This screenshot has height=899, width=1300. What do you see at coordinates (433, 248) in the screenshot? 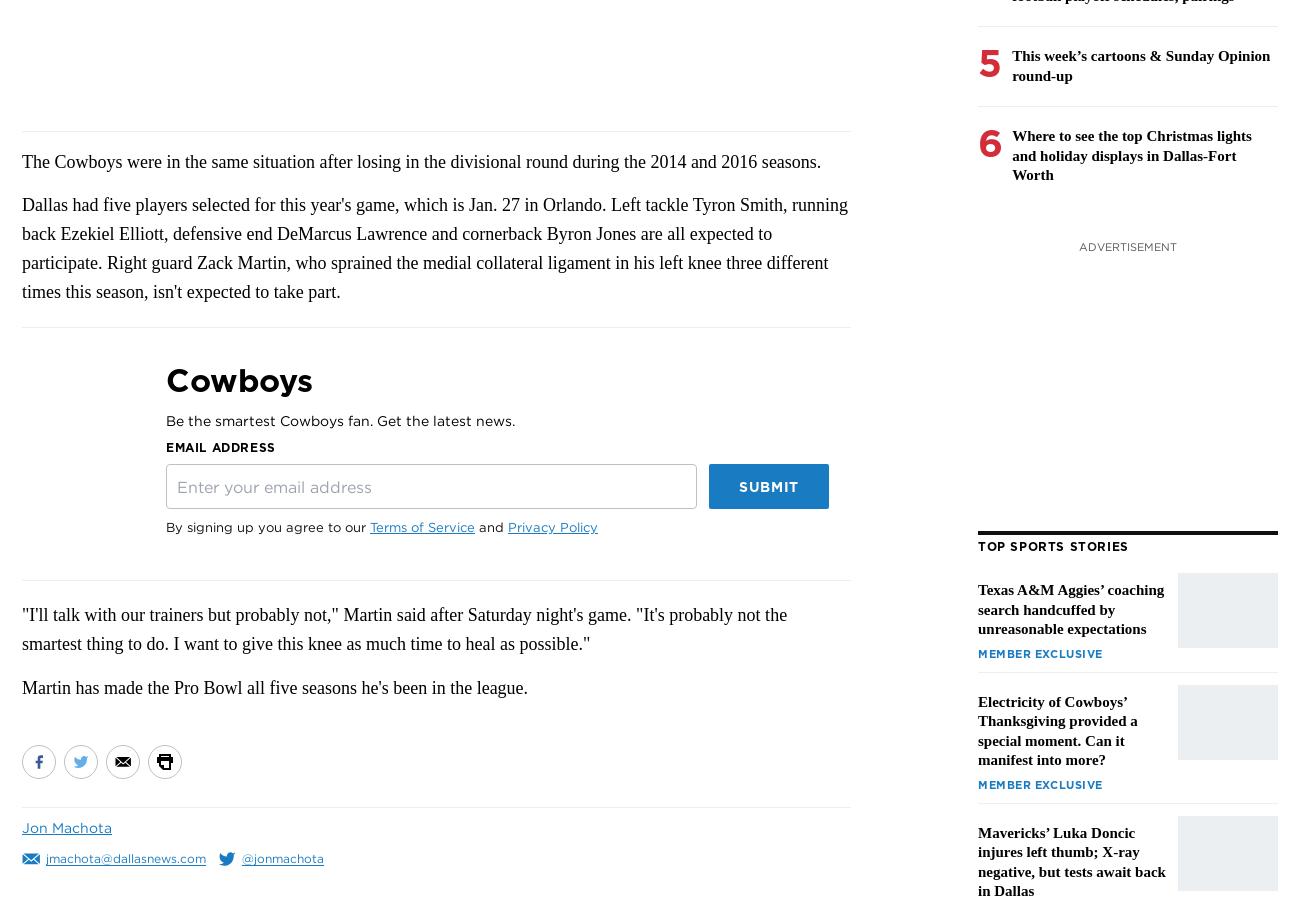
I see `'Dallas had five players selected for this year's game, which is Jan. 27 in Orlando. Left tackle Tyron Smith, running back Ezekiel Elliott, defensive end DeMarcus Lawrence and cornerback Byron Jones are all expected to participate. Right guard Zack Martin, who sprained the medial collateral ligament in his left knee three different times this season, isn't expected to take part.'` at bounding box center [433, 248].